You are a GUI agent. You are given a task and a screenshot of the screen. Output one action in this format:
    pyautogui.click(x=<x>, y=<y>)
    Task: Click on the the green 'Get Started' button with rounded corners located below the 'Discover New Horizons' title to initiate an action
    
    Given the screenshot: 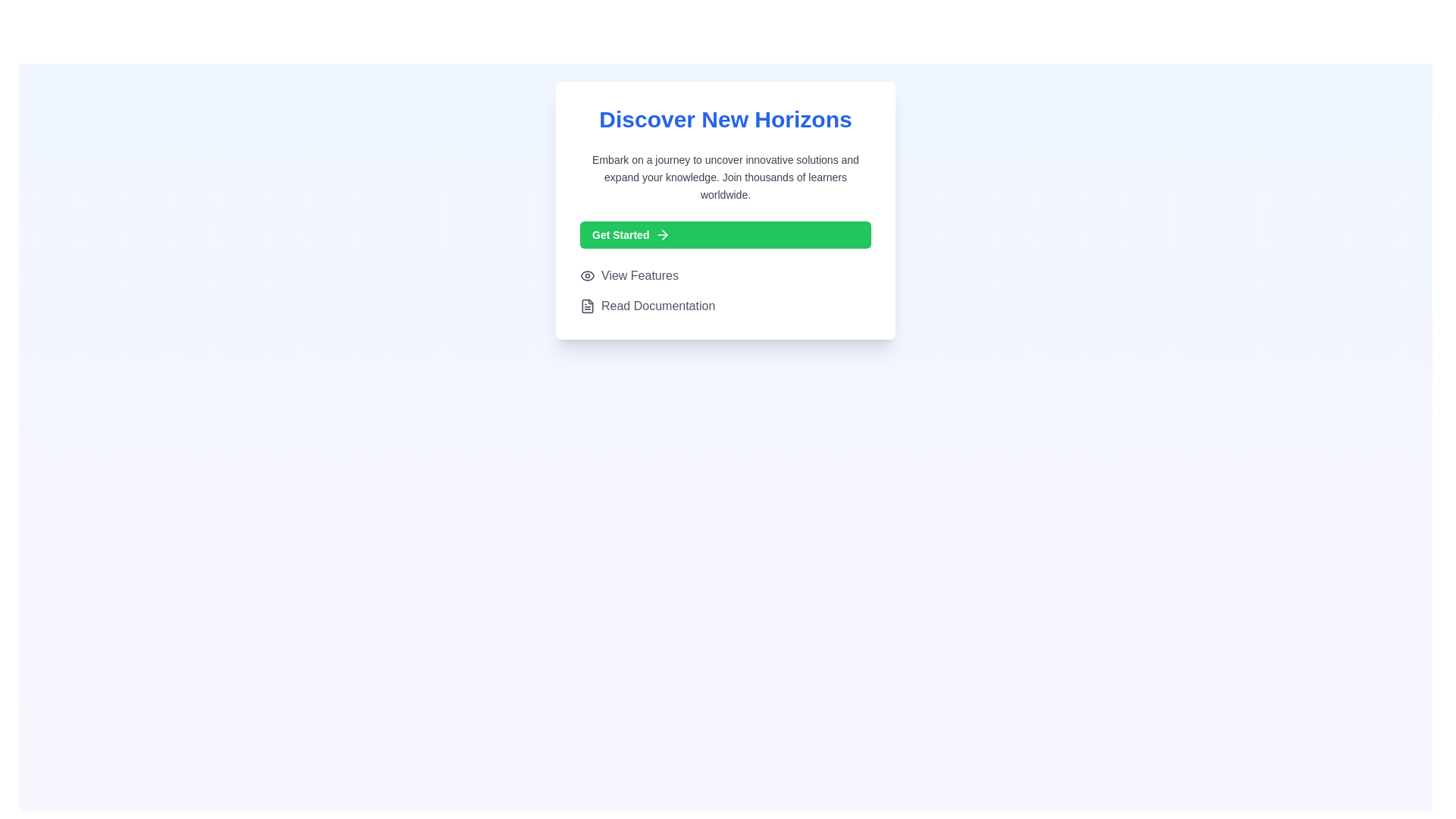 What is the action you would take?
    pyautogui.click(x=724, y=234)
    